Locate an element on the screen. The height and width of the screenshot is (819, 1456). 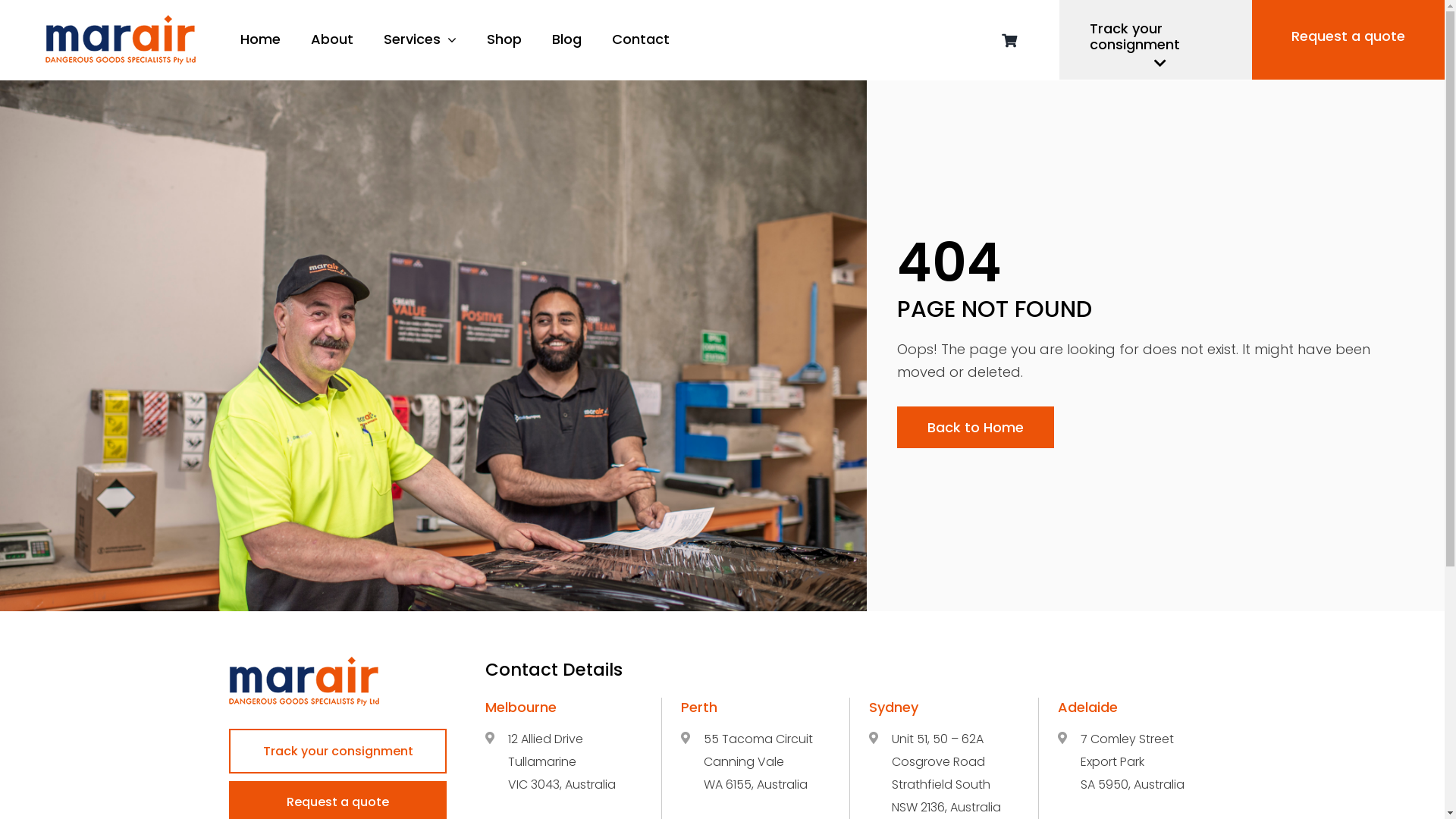
'Back to Home' is located at coordinates (975, 427).